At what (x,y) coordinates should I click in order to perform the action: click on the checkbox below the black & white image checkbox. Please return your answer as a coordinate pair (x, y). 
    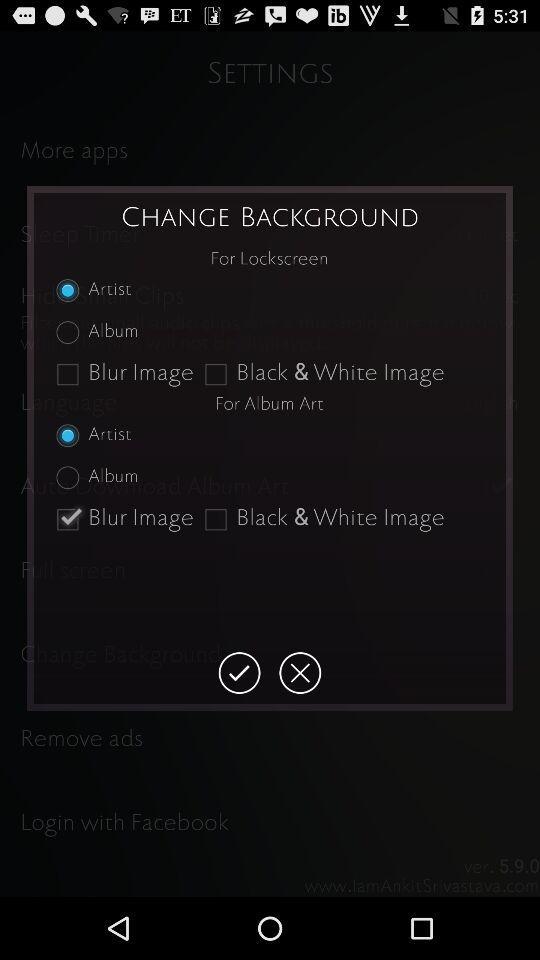
    Looking at the image, I should click on (239, 673).